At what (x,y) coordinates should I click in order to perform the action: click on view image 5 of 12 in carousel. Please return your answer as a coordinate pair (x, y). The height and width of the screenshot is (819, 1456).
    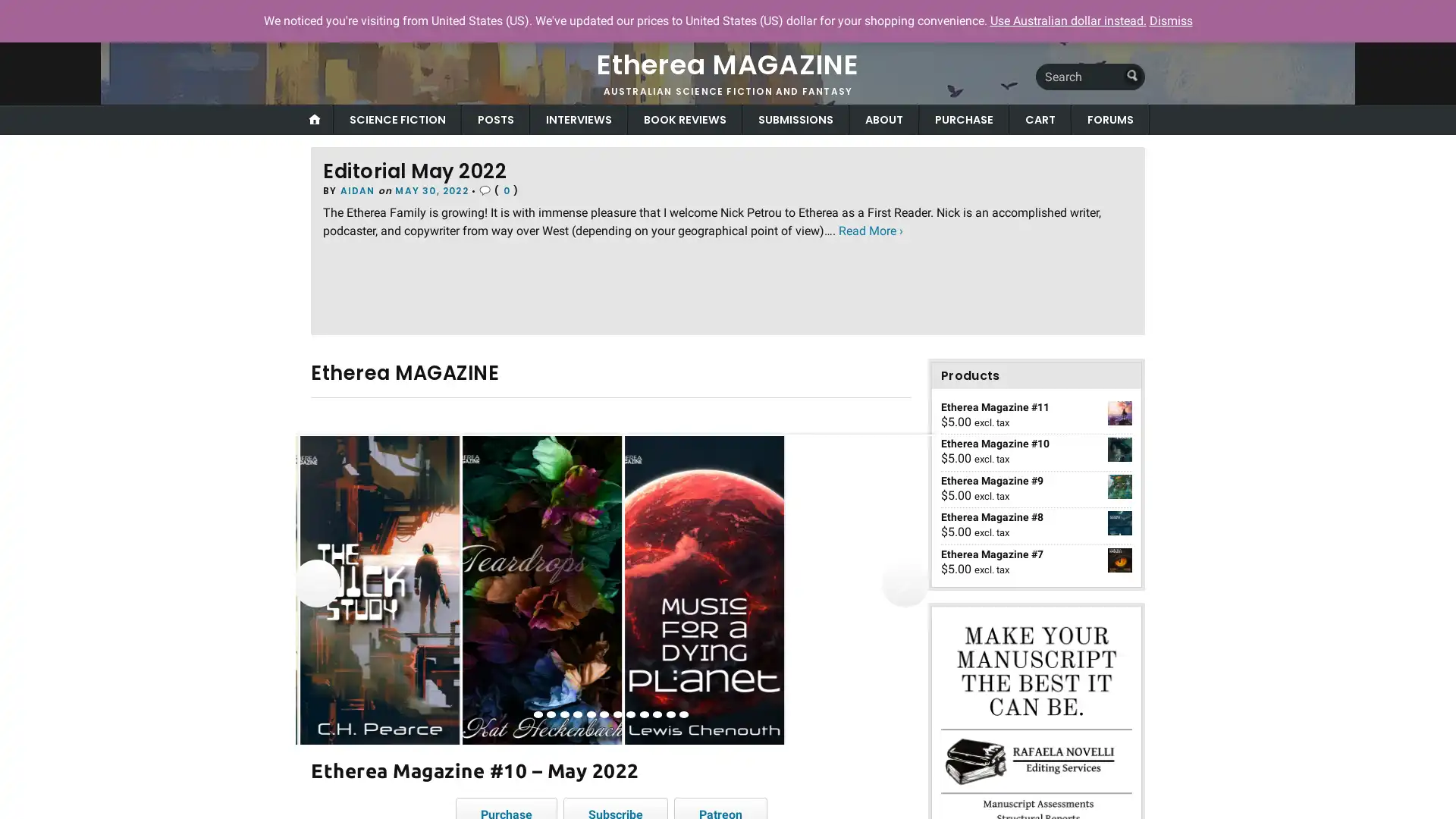
    Looking at the image, I should click on (589, 714).